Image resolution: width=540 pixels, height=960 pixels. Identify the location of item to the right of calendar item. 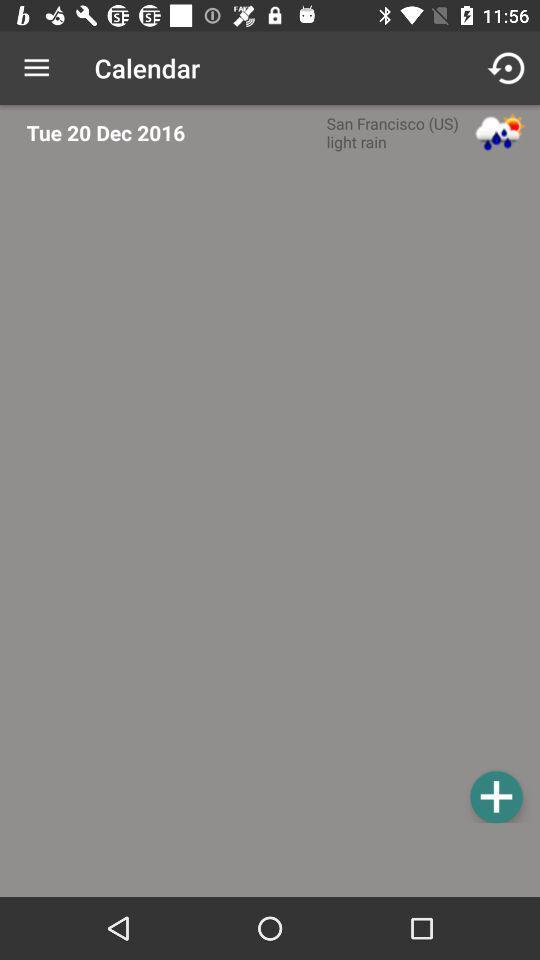
(508, 68).